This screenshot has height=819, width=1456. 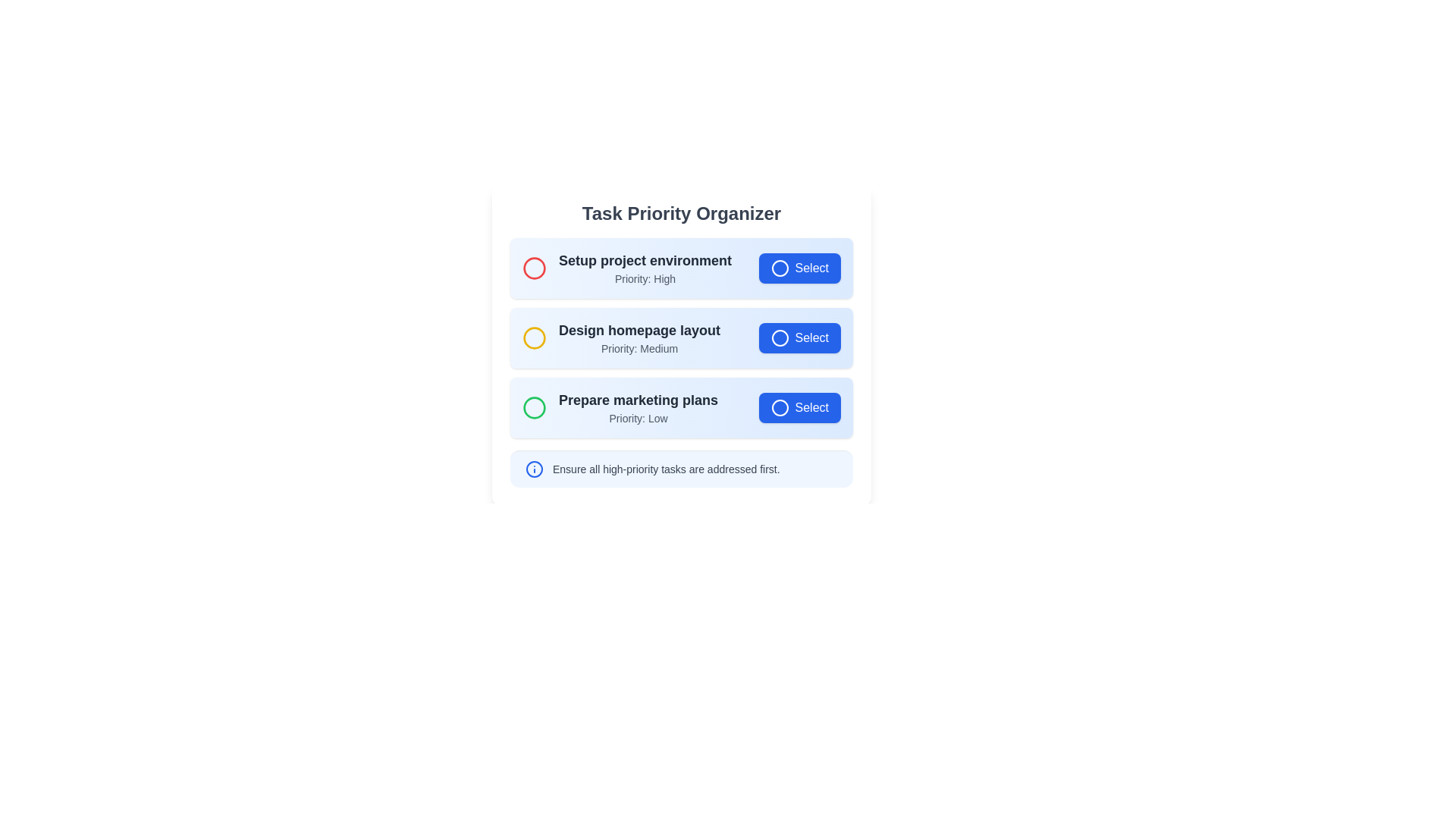 I want to click on the button positioned to the right of the text 'Setup project environment' and 'Priority: High', so click(x=799, y=268).